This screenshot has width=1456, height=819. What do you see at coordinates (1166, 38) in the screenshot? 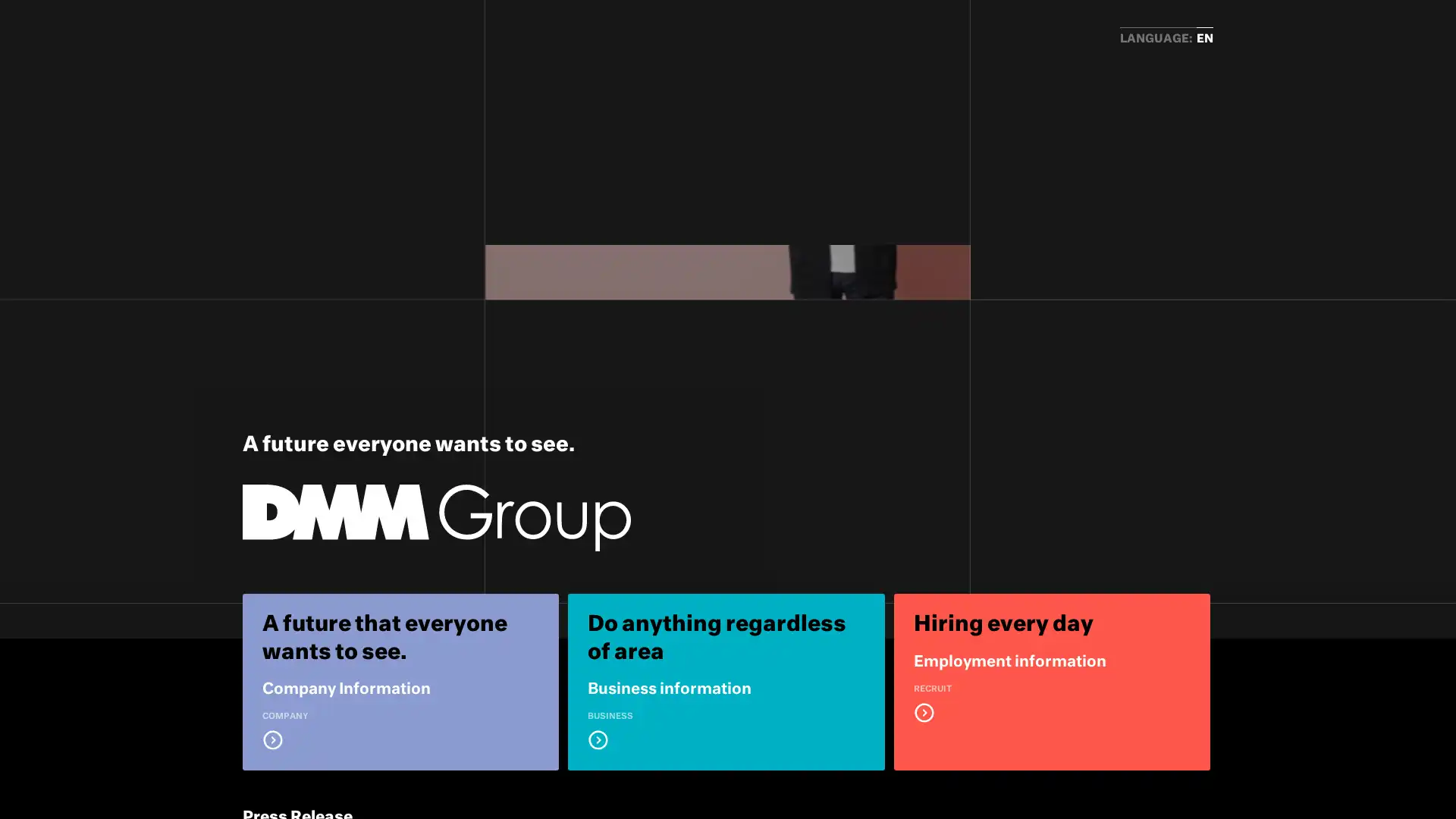
I see `LANGUAGE:EN` at bounding box center [1166, 38].